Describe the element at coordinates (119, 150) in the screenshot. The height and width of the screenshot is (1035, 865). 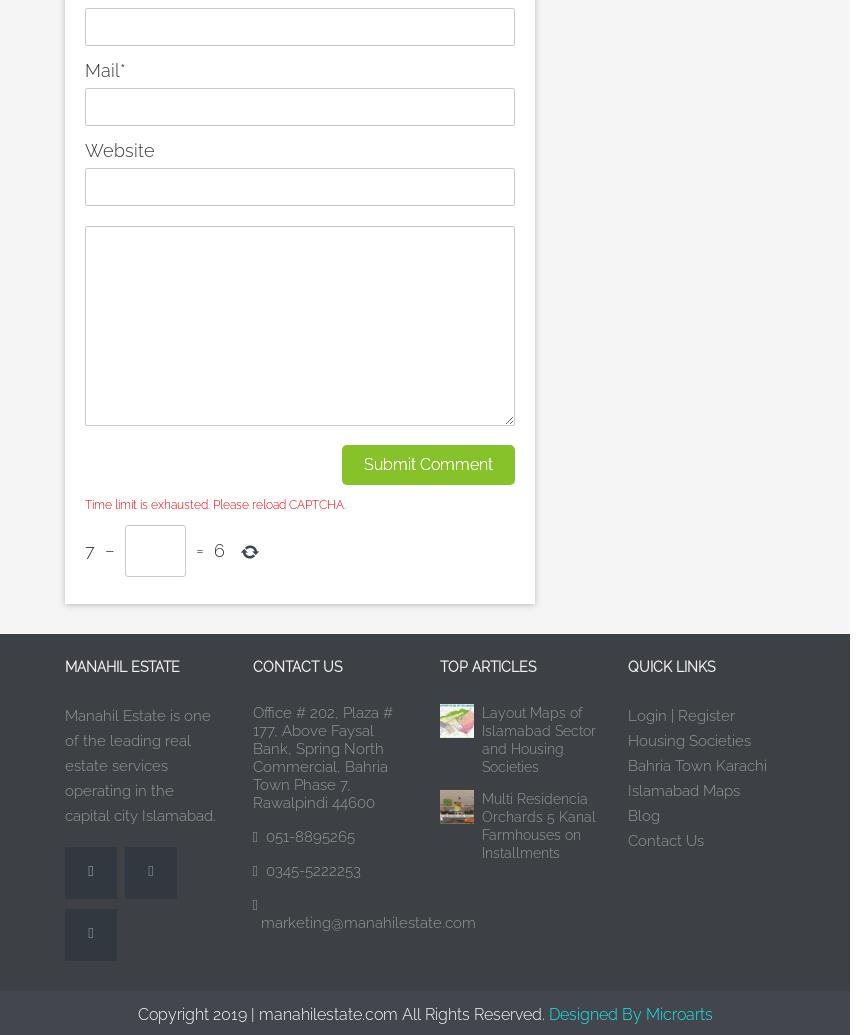
I see `'Website'` at that location.